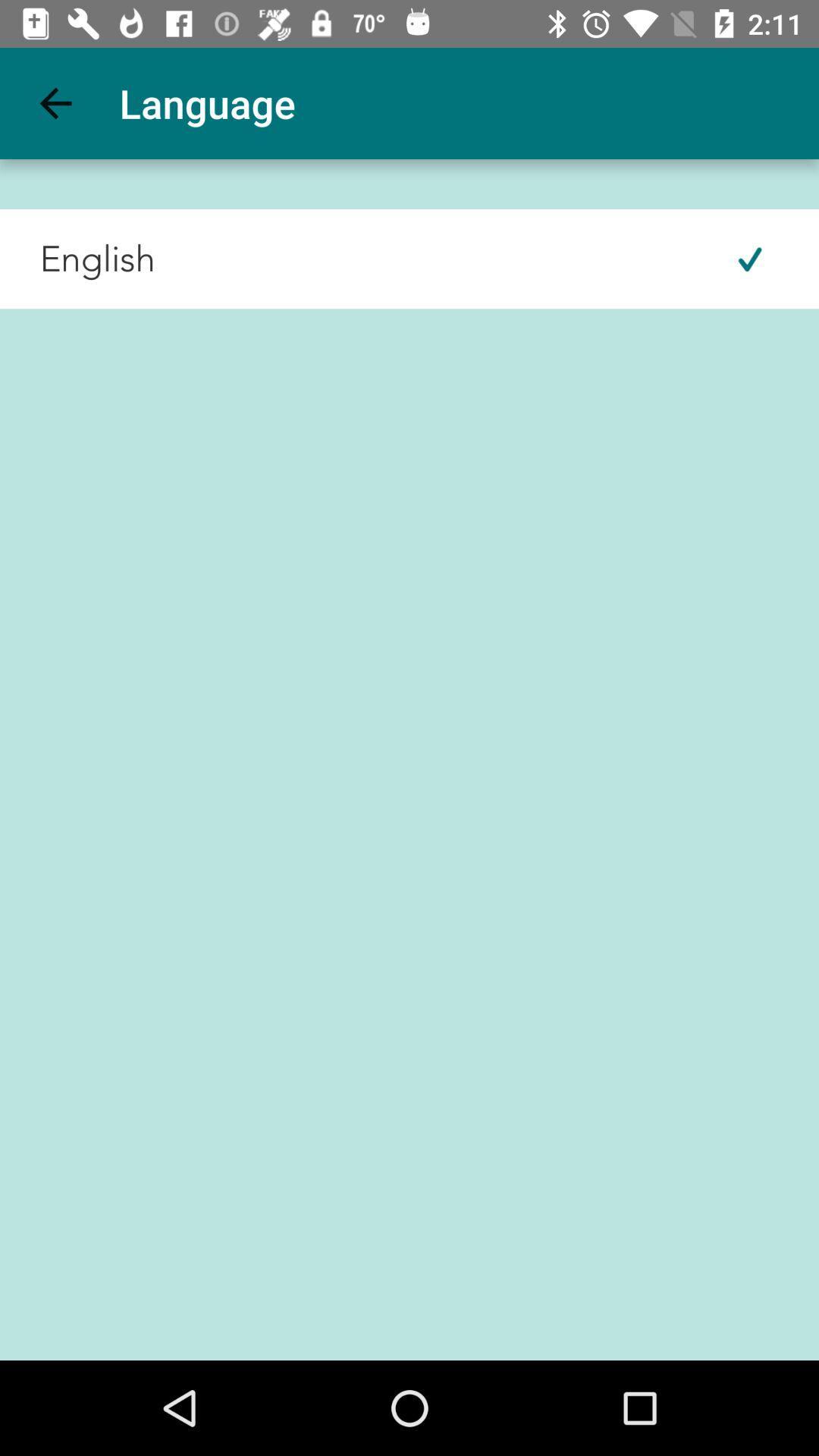  Describe the element at coordinates (55, 102) in the screenshot. I see `icon to the left of language item` at that location.